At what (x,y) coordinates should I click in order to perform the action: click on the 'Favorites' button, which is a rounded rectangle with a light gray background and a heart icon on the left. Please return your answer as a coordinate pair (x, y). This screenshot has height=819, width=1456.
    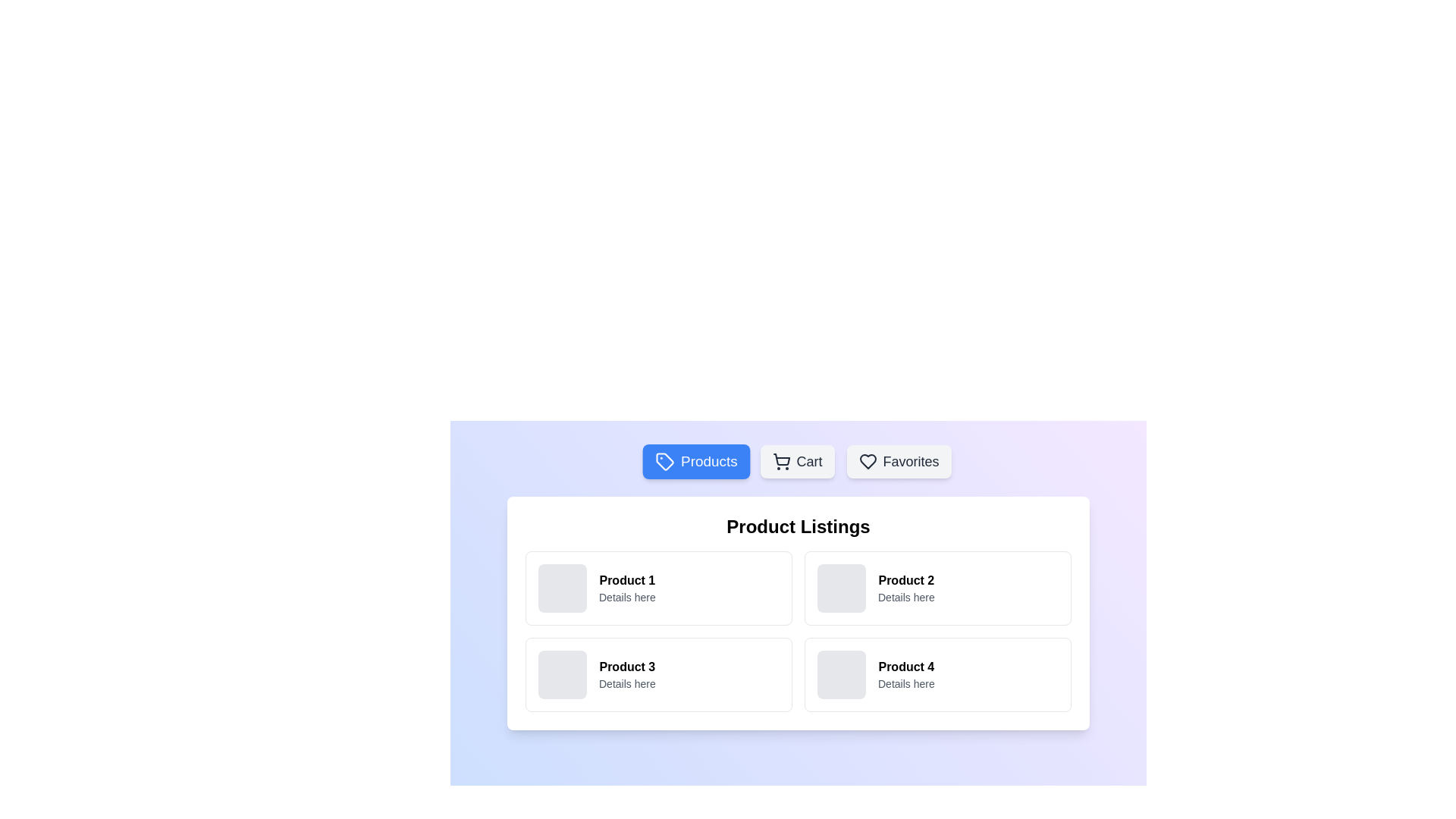
    Looking at the image, I should click on (899, 461).